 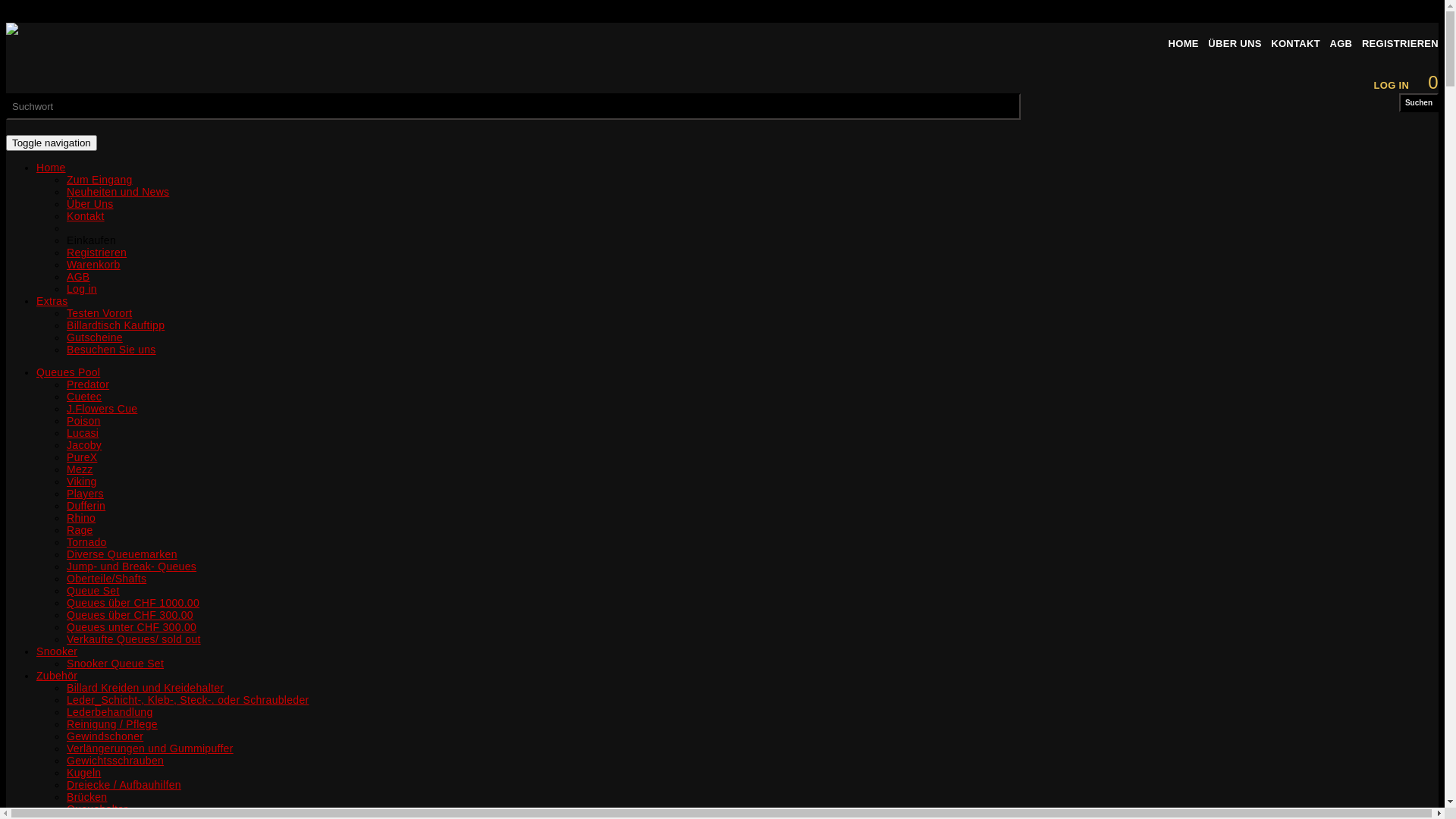 What do you see at coordinates (80, 289) in the screenshot?
I see `'Log in'` at bounding box center [80, 289].